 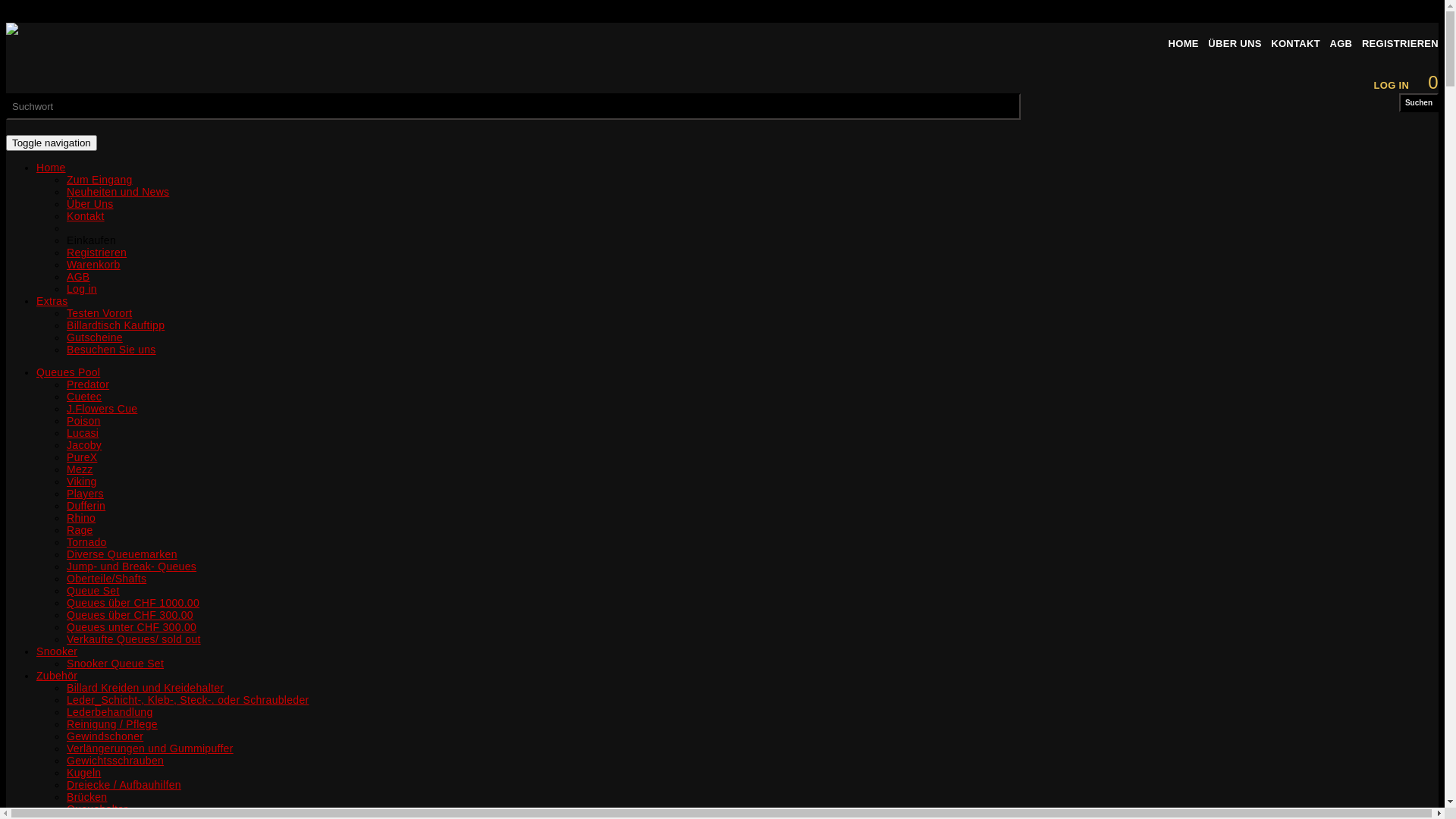 What do you see at coordinates (80, 289) in the screenshot?
I see `'Log in'` at bounding box center [80, 289].